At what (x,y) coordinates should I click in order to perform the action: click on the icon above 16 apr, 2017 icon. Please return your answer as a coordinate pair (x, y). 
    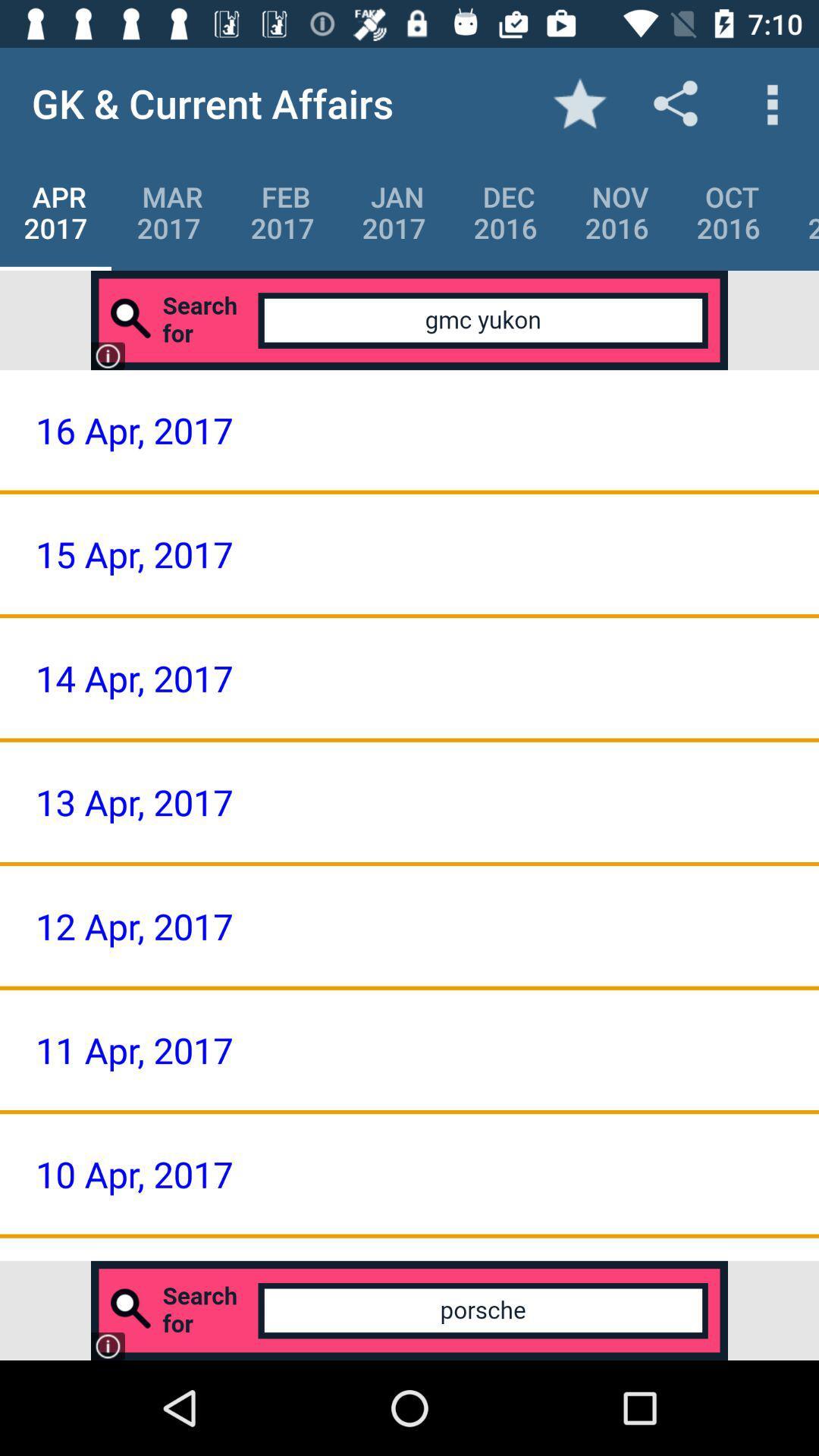
    Looking at the image, I should click on (409, 319).